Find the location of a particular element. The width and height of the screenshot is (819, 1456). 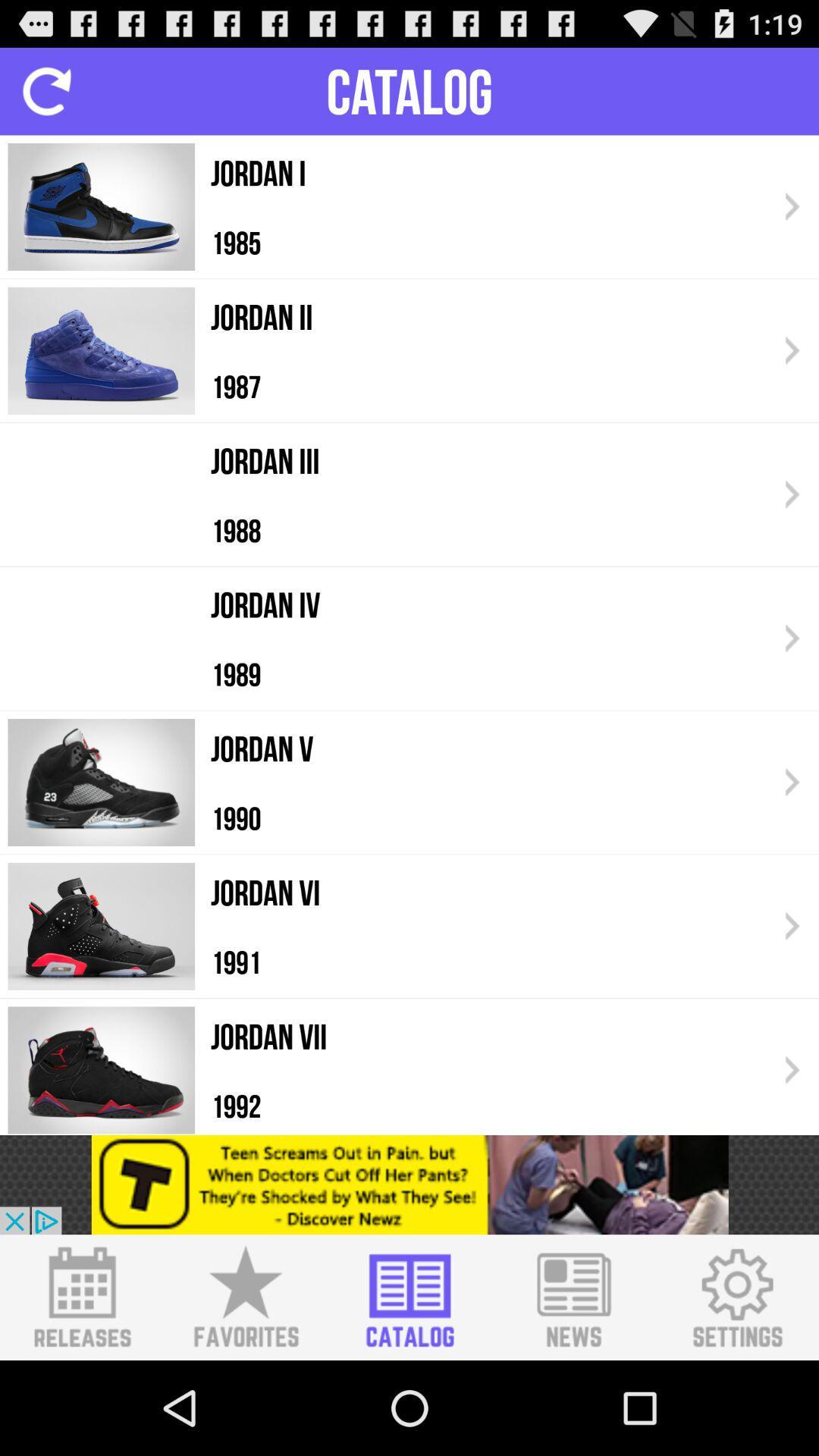

catalog is located at coordinates (409, 1297).